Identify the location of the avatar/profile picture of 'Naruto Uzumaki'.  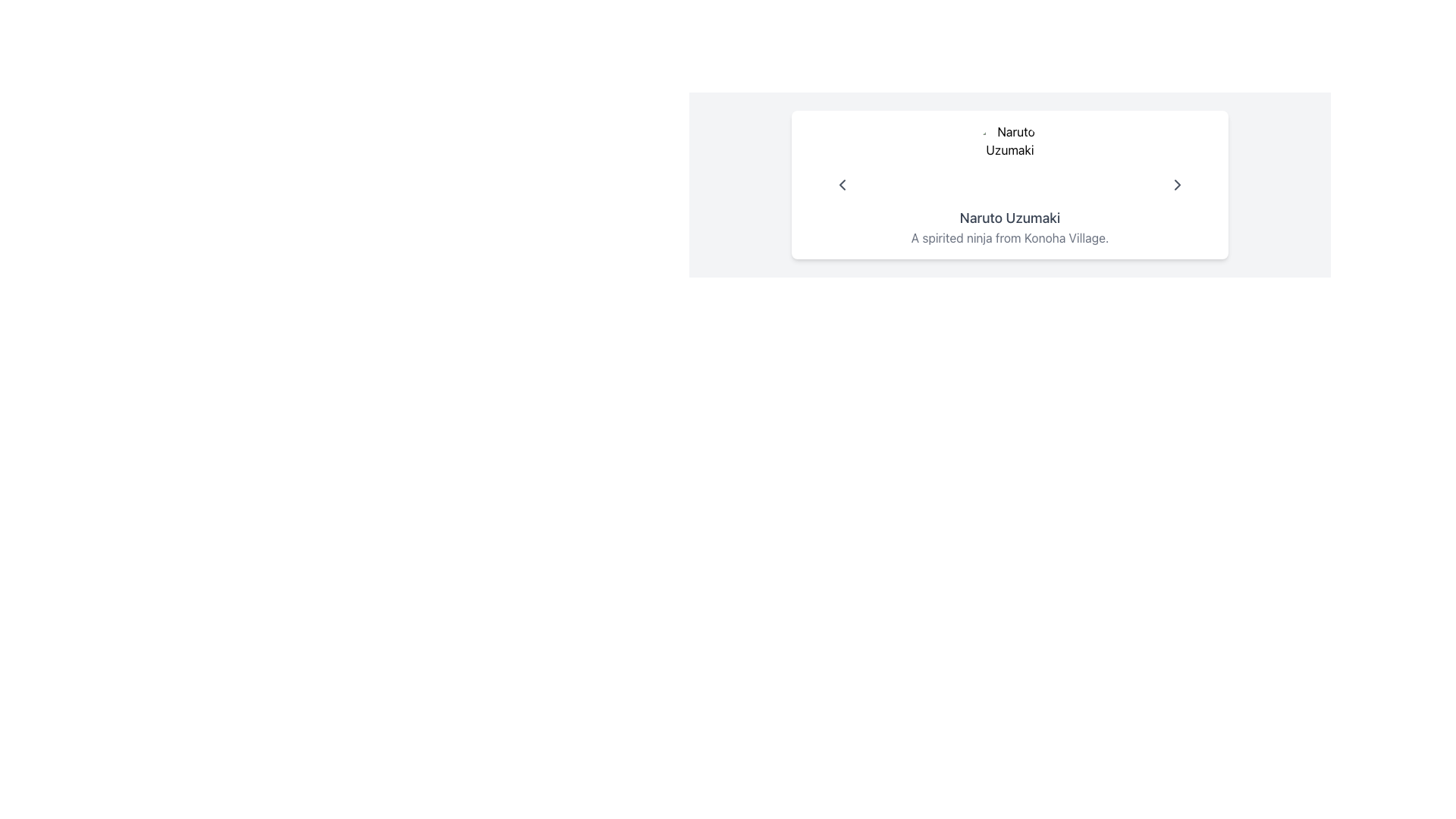
(1009, 158).